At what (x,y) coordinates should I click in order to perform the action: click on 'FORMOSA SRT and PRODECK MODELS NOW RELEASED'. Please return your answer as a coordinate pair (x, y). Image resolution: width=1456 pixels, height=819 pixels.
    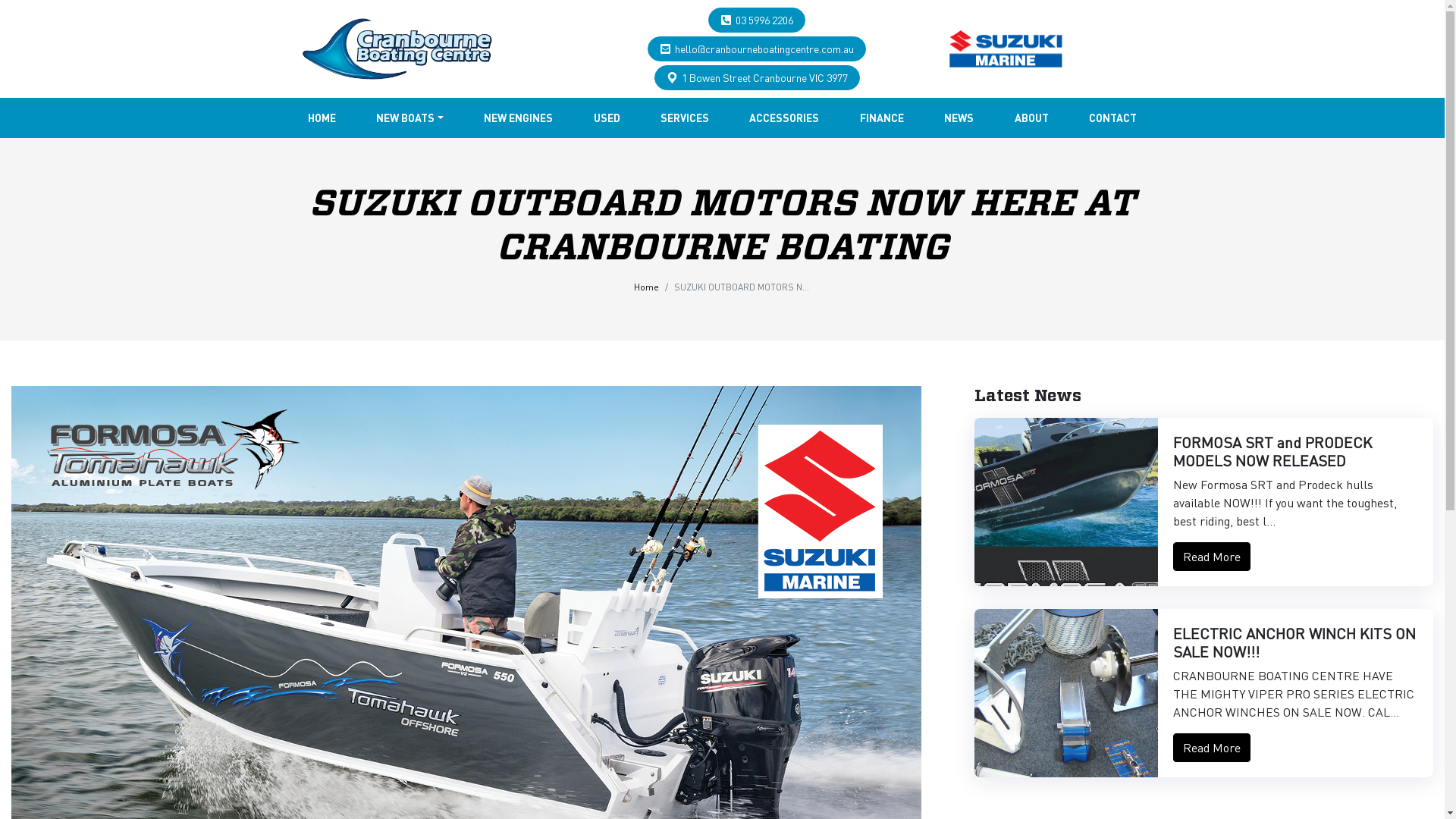
    Looking at the image, I should click on (1272, 450).